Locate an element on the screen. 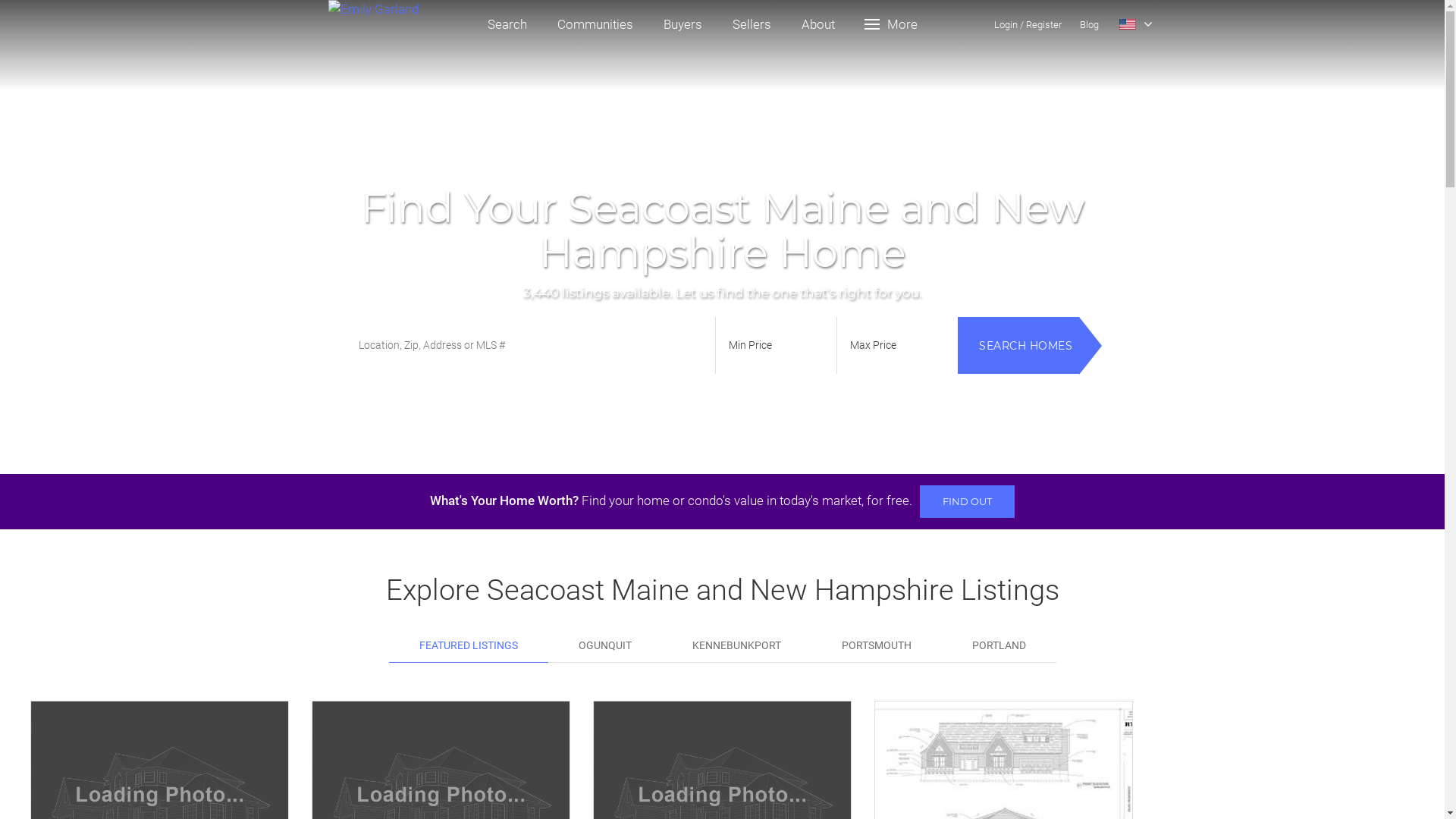  'About' is located at coordinates (817, 24).